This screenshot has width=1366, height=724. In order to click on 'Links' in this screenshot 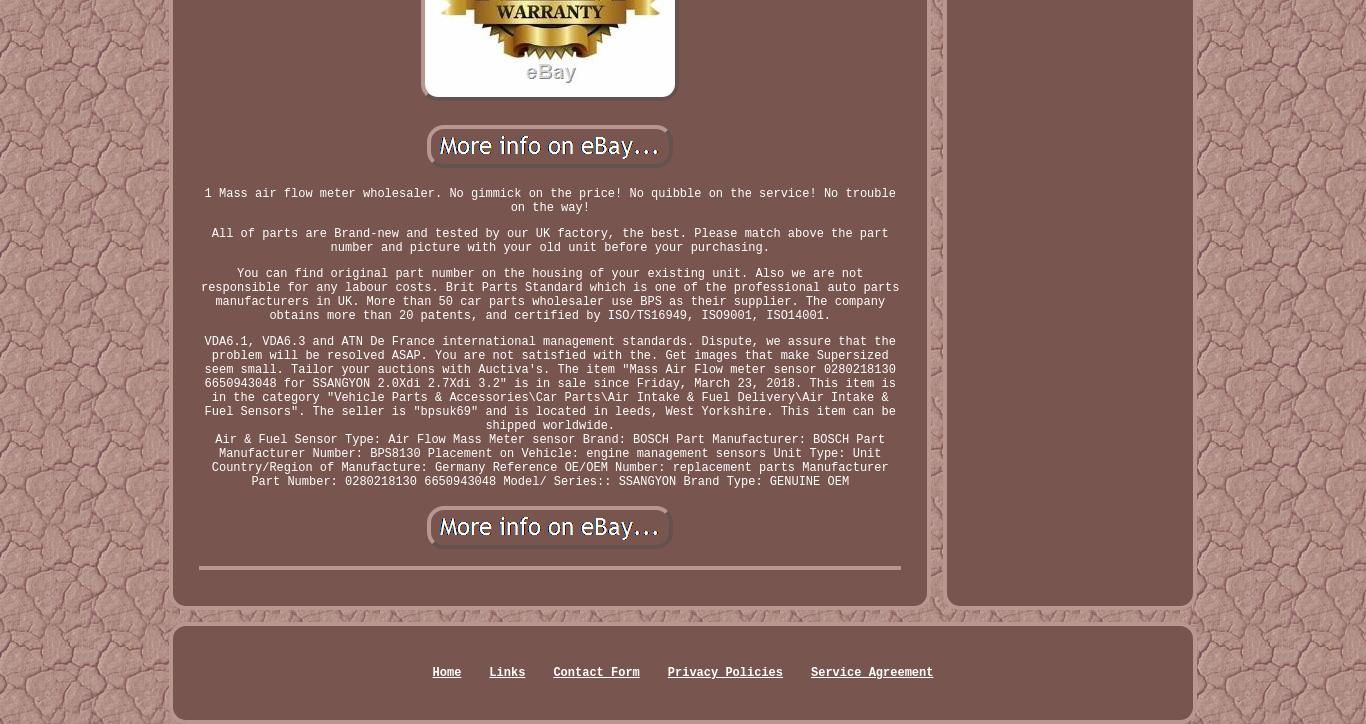, I will do `click(507, 672)`.